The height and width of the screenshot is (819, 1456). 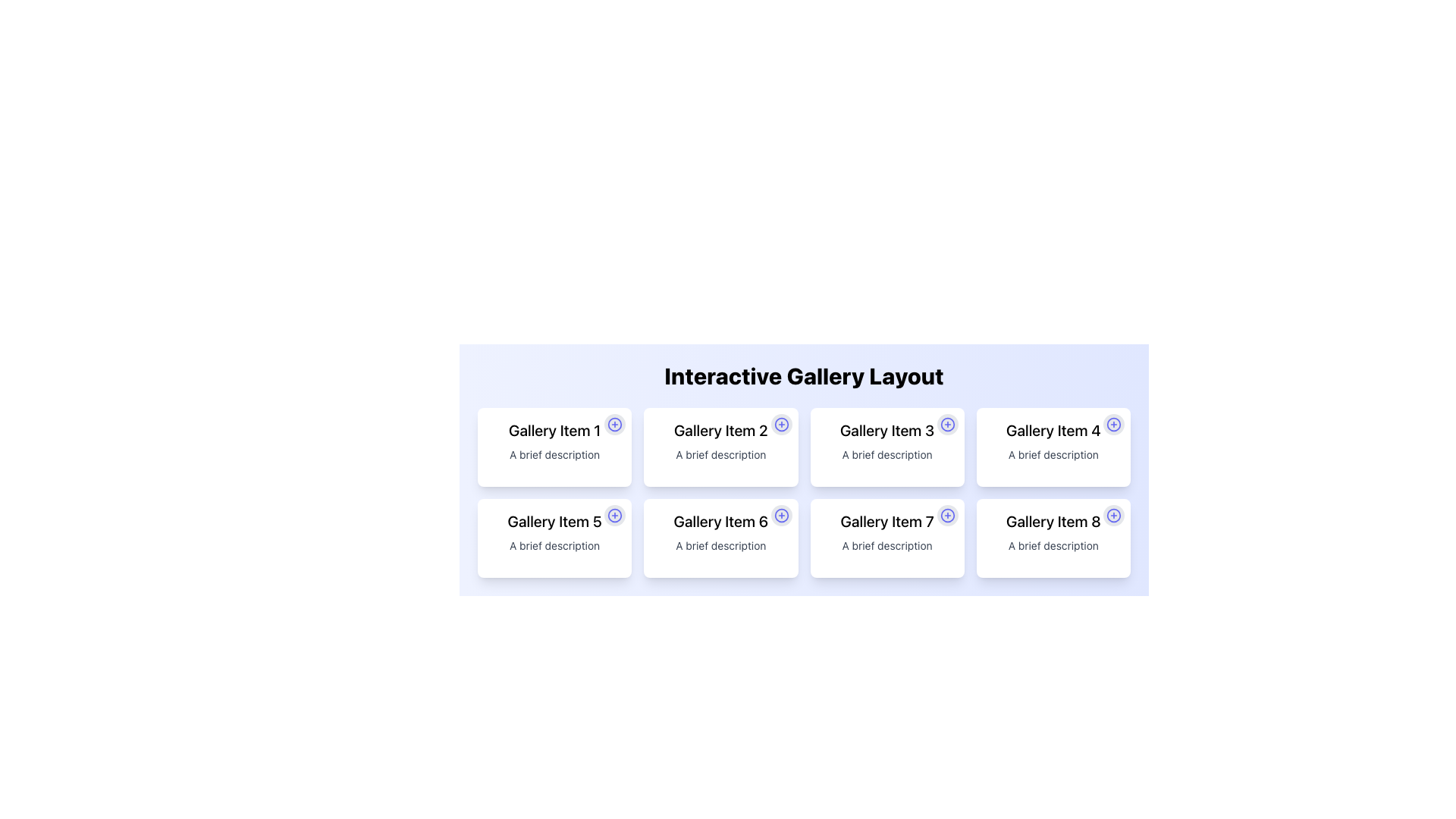 What do you see at coordinates (946, 424) in the screenshot?
I see `the SVG Circle element with a stroke width of 2px, part of the 'circle plus' icon at the top right corner of the card labeled 'Gallery Item 3'` at bounding box center [946, 424].